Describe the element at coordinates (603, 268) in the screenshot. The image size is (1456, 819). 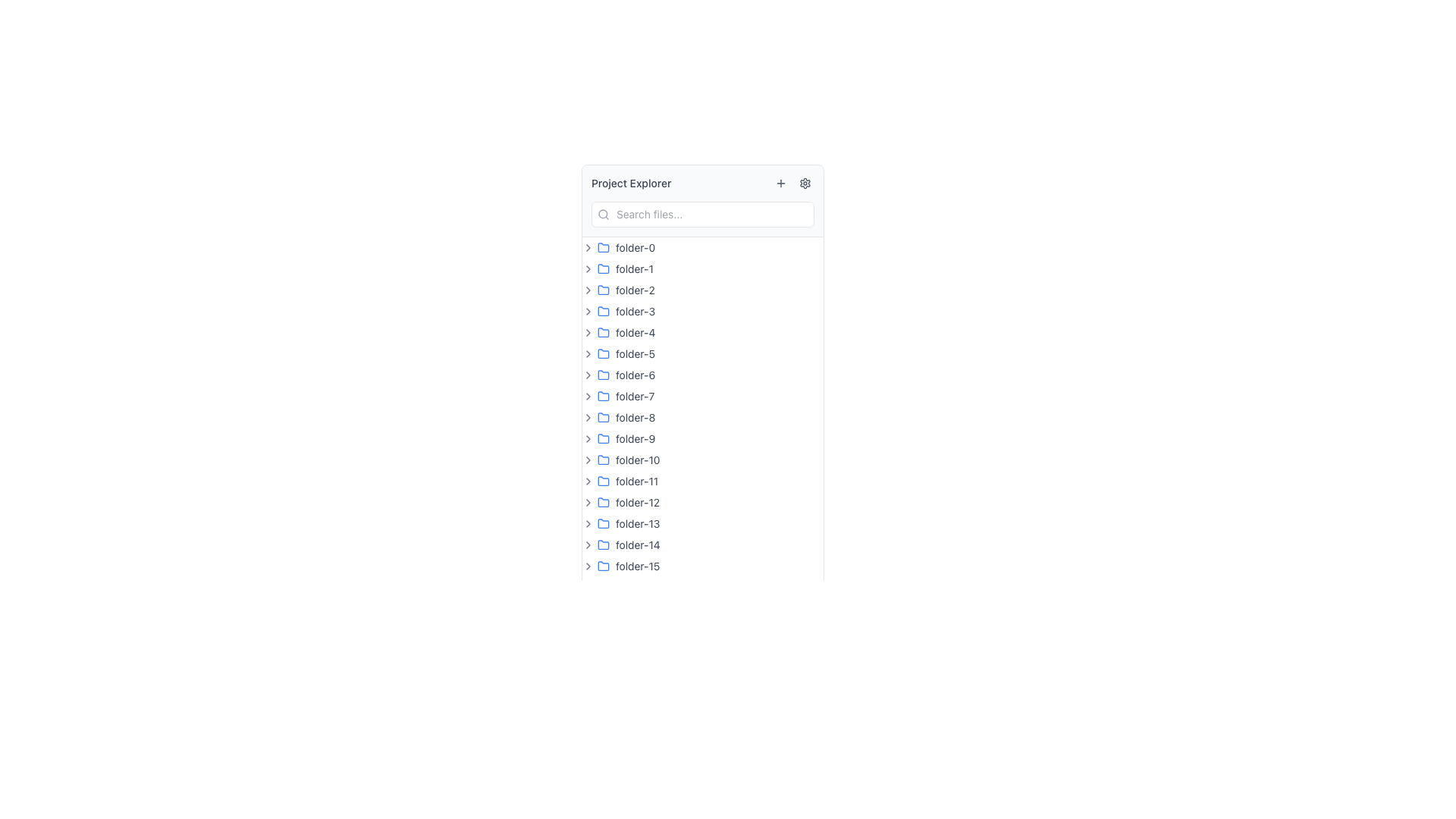
I see `the blue folder icon labeled 'folder-1'` at that location.